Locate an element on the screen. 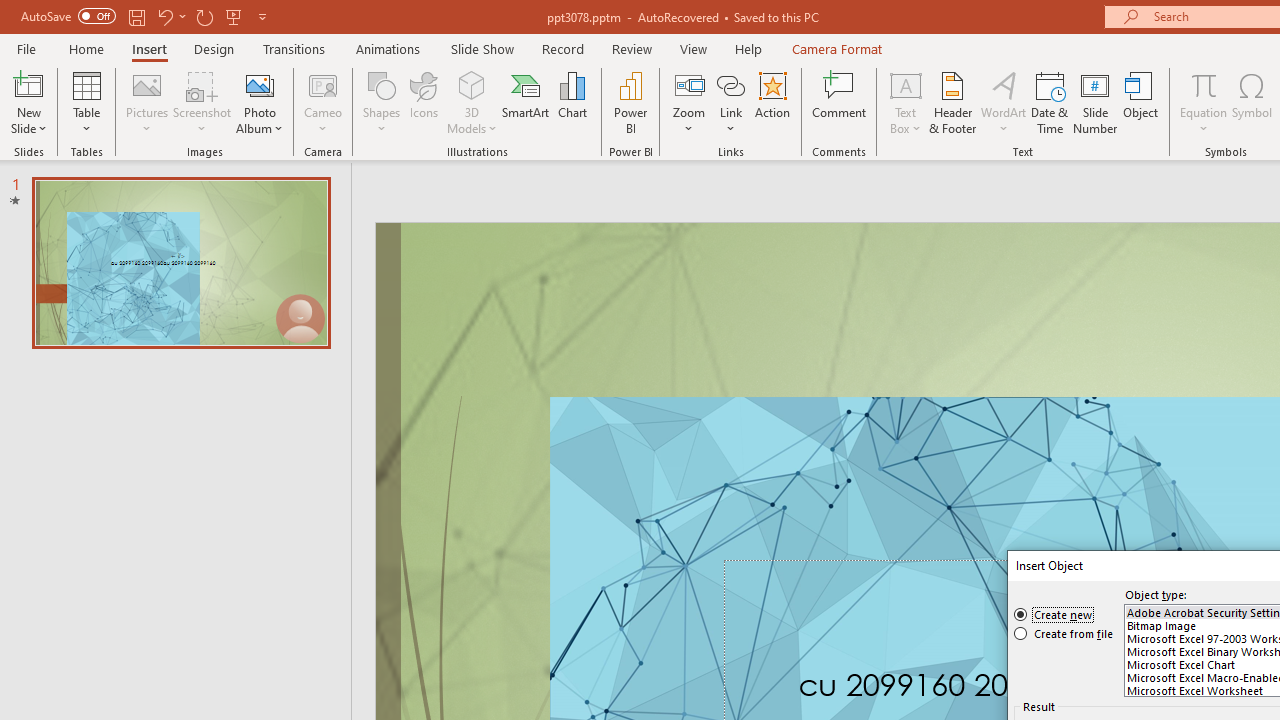 The image size is (1280, 720). 'Create from file' is located at coordinates (1063, 633).